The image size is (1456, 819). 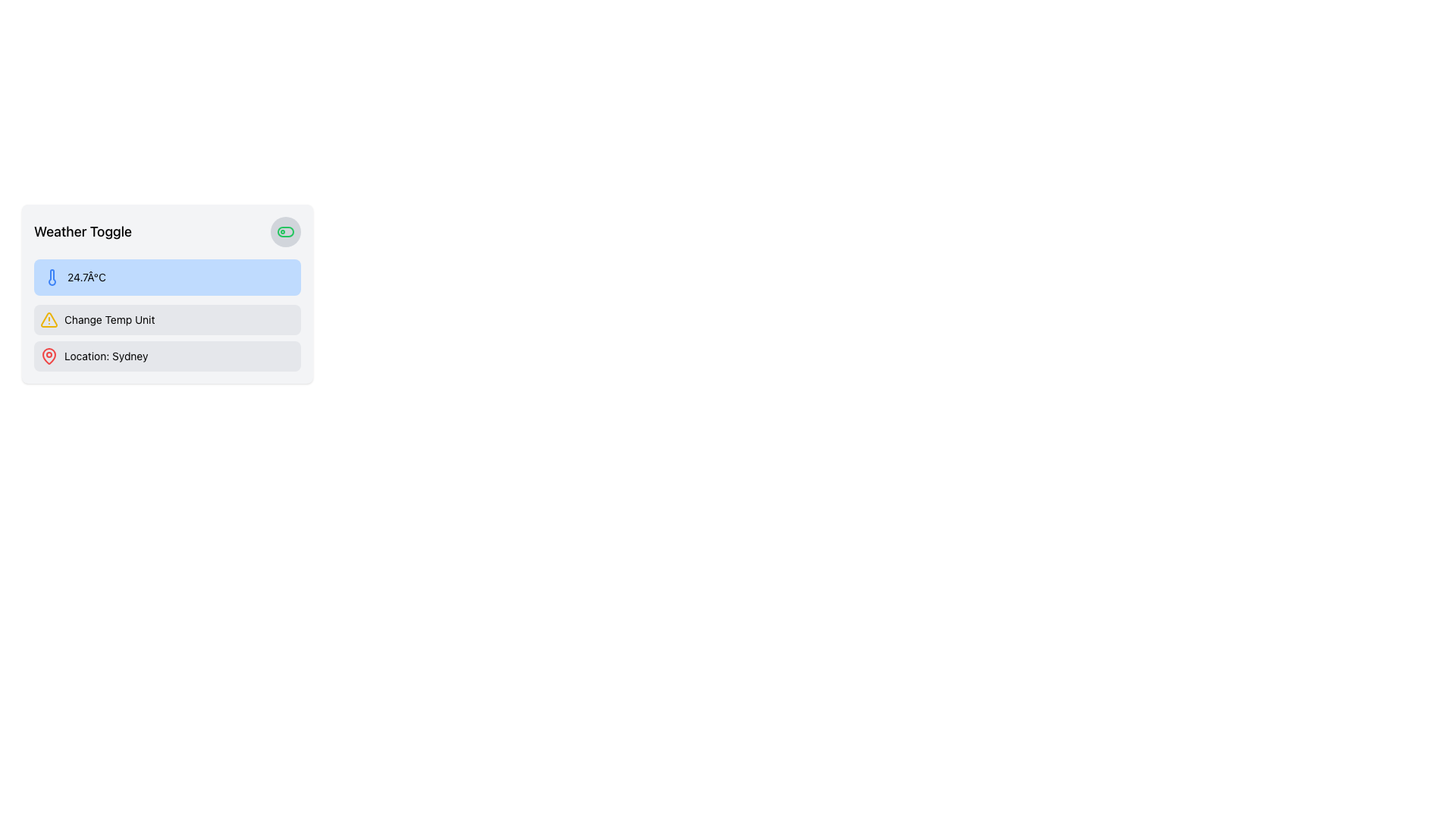 What do you see at coordinates (286, 231) in the screenshot?
I see `the green oval-shaped toggle switch next to the 'Weather Toggle' section` at bounding box center [286, 231].